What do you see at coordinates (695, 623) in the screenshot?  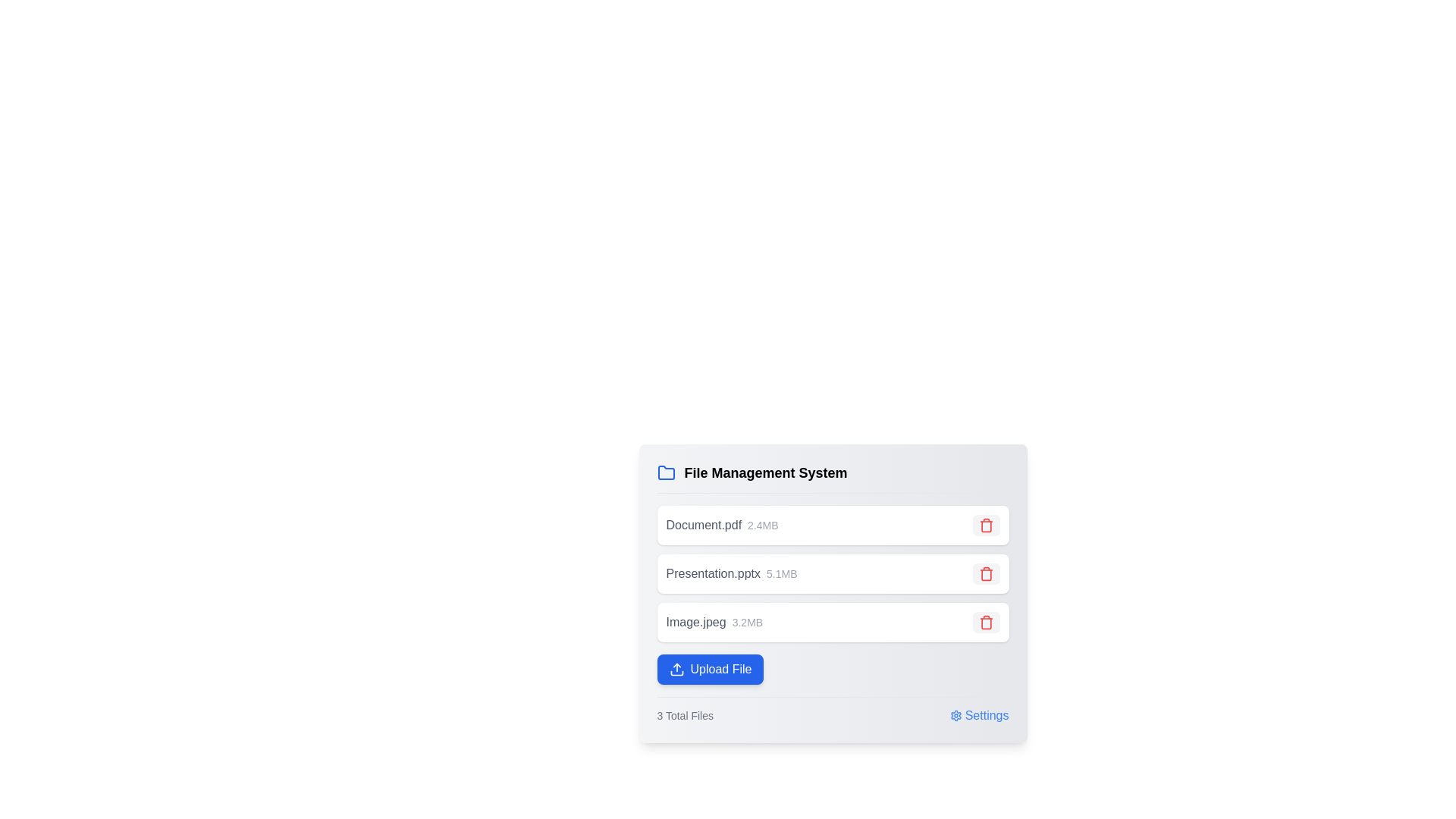 I see `the static text label displaying the filename 'Image.jpeg' in the file management interface, located in the third row with the file size '3.2MB' to its right` at bounding box center [695, 623].